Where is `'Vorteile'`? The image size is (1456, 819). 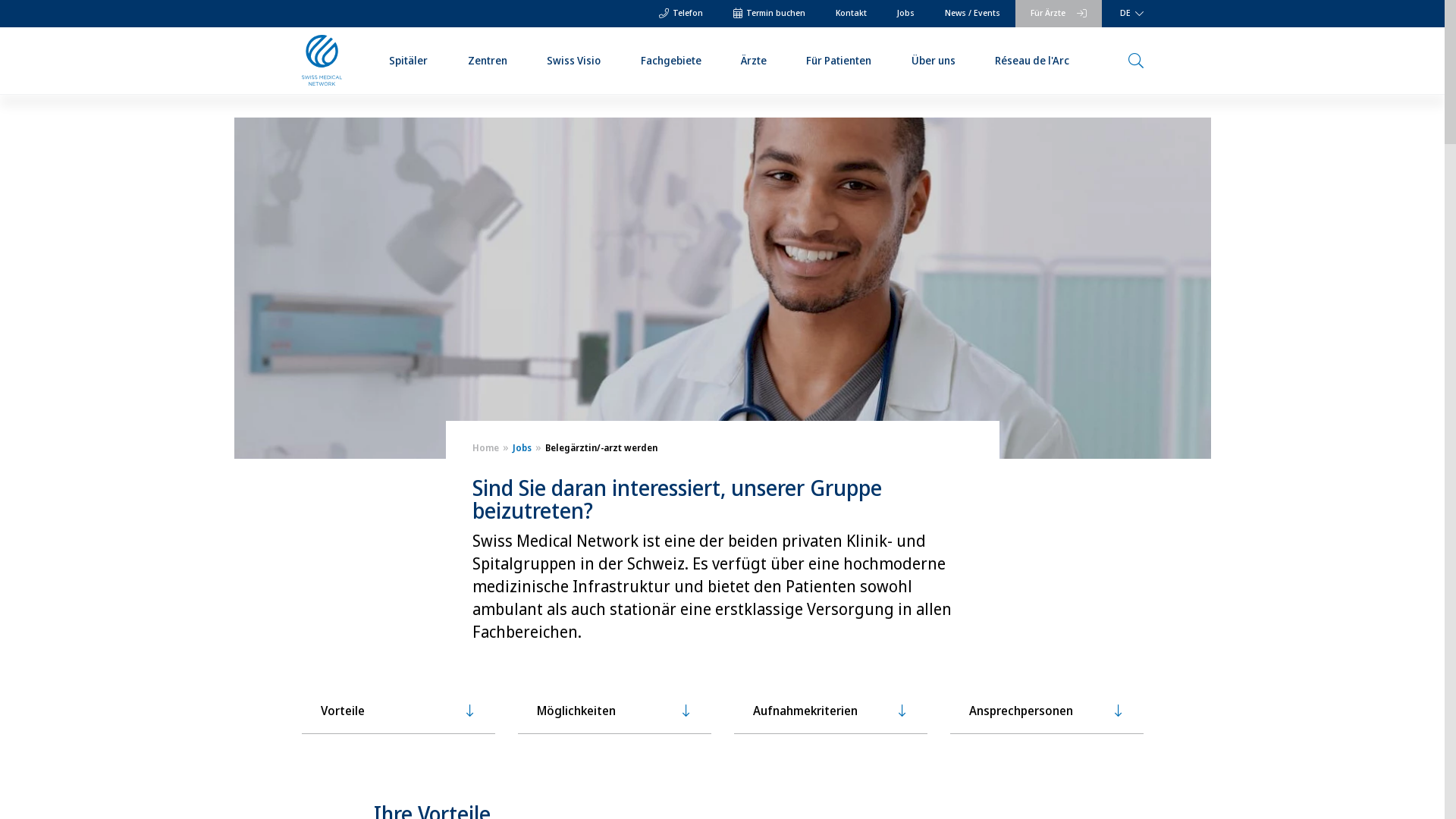 'Vorteile' is located at coordinates (398, 711).